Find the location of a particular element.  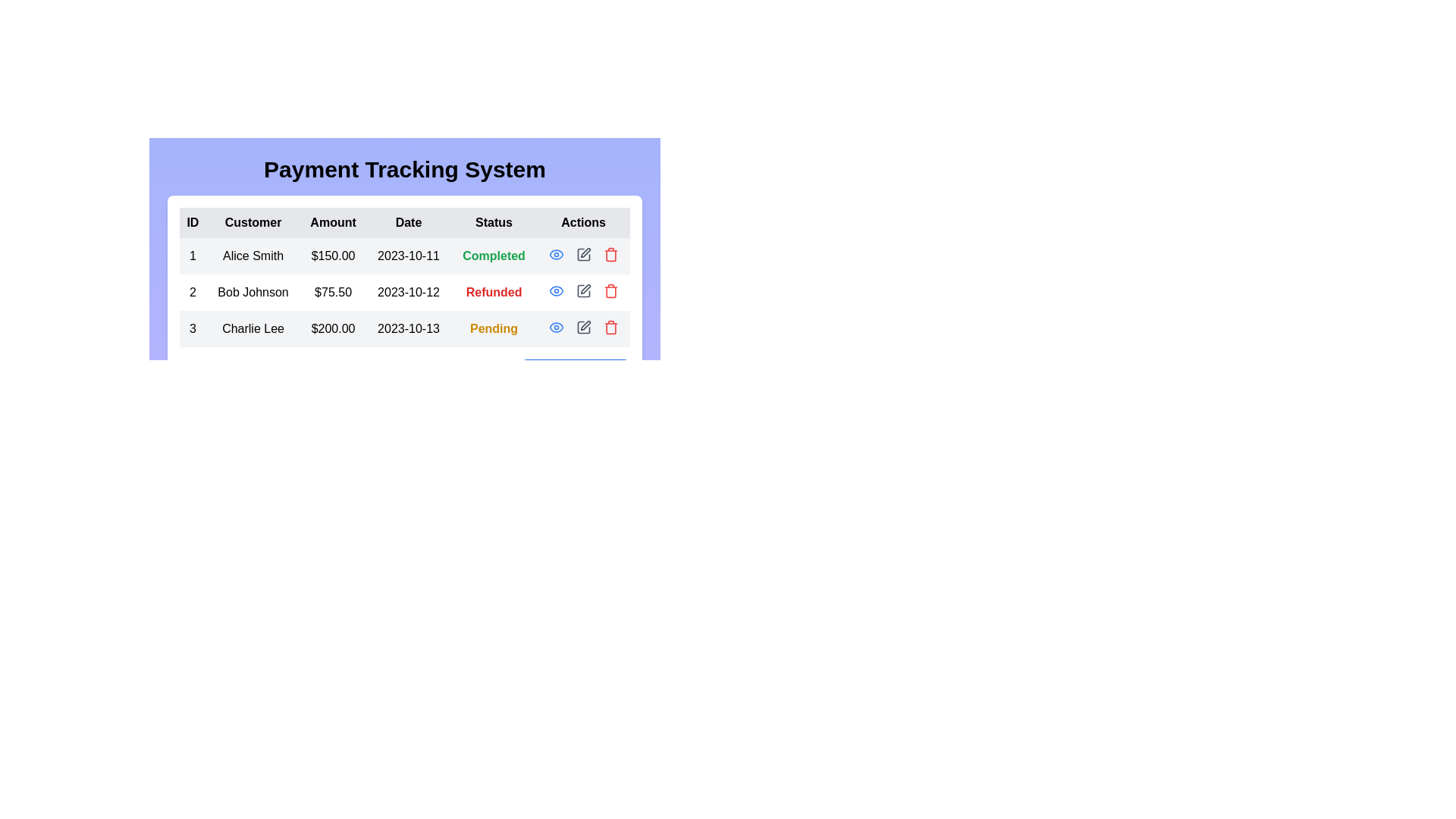

the customer name label located in the second row of the table under the 'Customer' column, which displays identification information for the entry is located at coordinates (253, 292).